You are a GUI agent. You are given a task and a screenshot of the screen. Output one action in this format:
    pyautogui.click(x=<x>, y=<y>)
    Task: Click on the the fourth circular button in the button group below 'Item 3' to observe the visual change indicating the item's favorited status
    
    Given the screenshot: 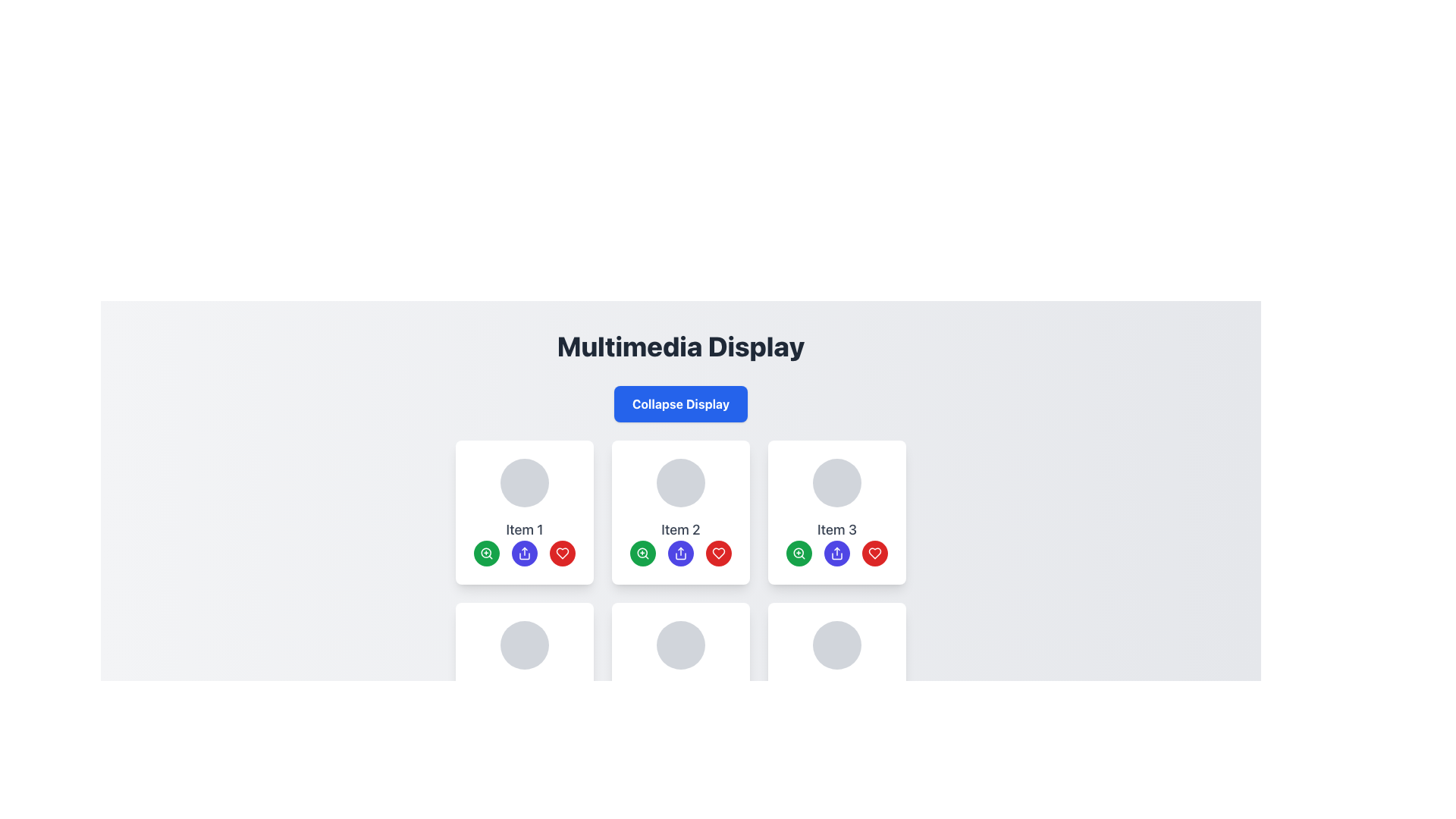 What is the action you would take?
    pyautogui.click(x=874, y=553)
    